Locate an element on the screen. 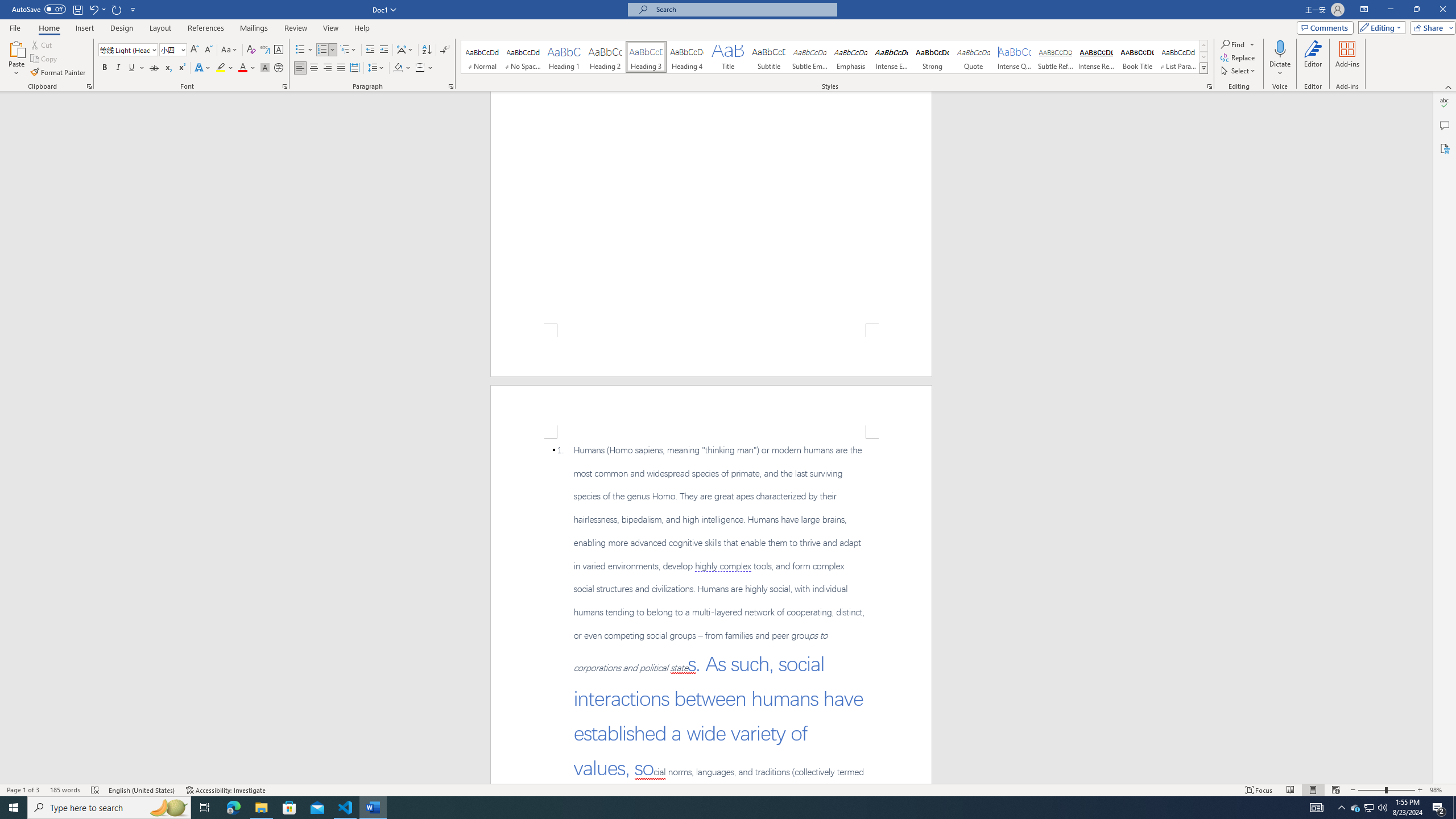 The width and height of the screenshot is (1456, 819). 'Strong' is located at coordinates (932, 56).